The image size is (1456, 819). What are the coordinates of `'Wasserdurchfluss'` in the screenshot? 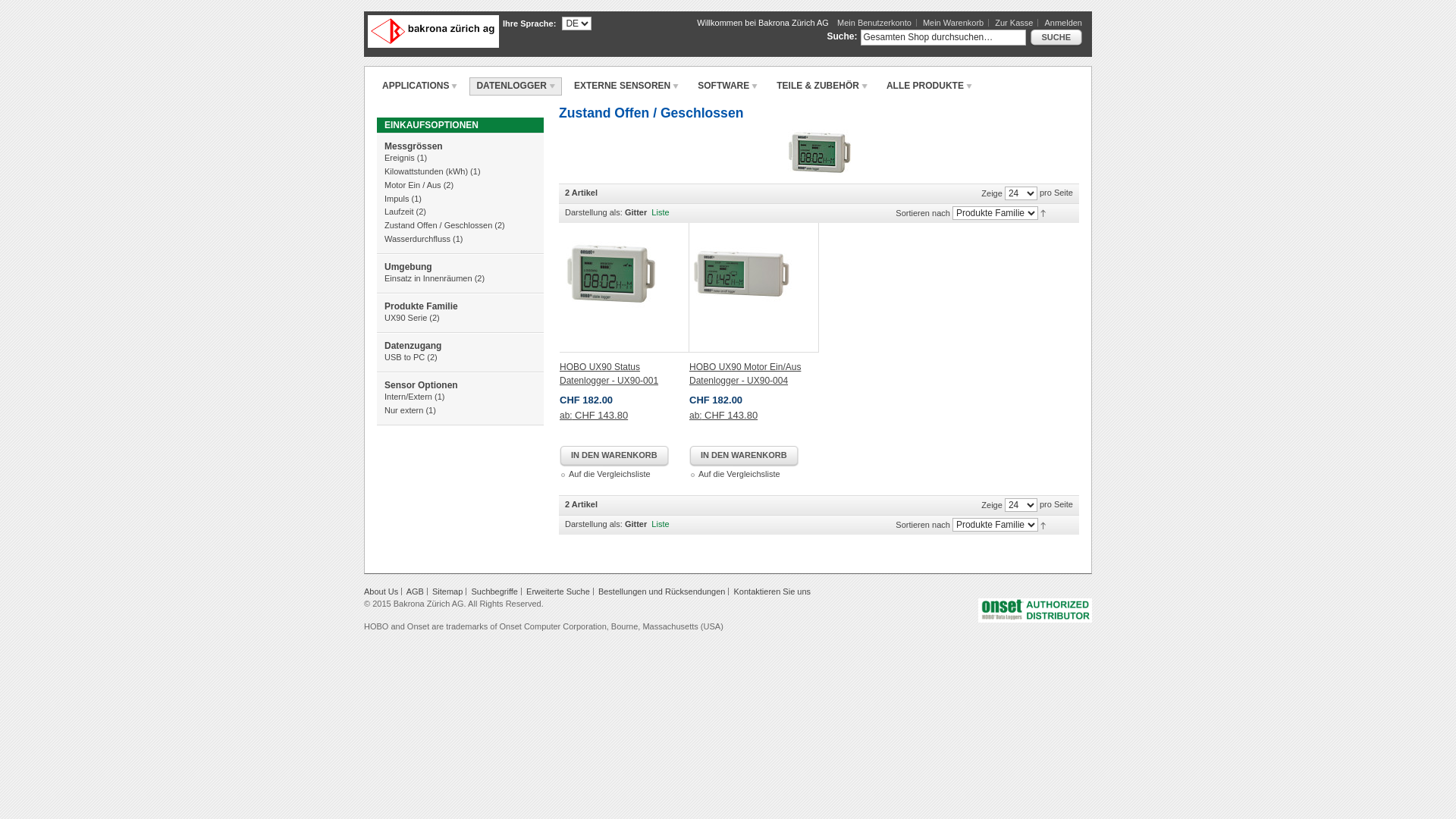 It's located at (384, 239).